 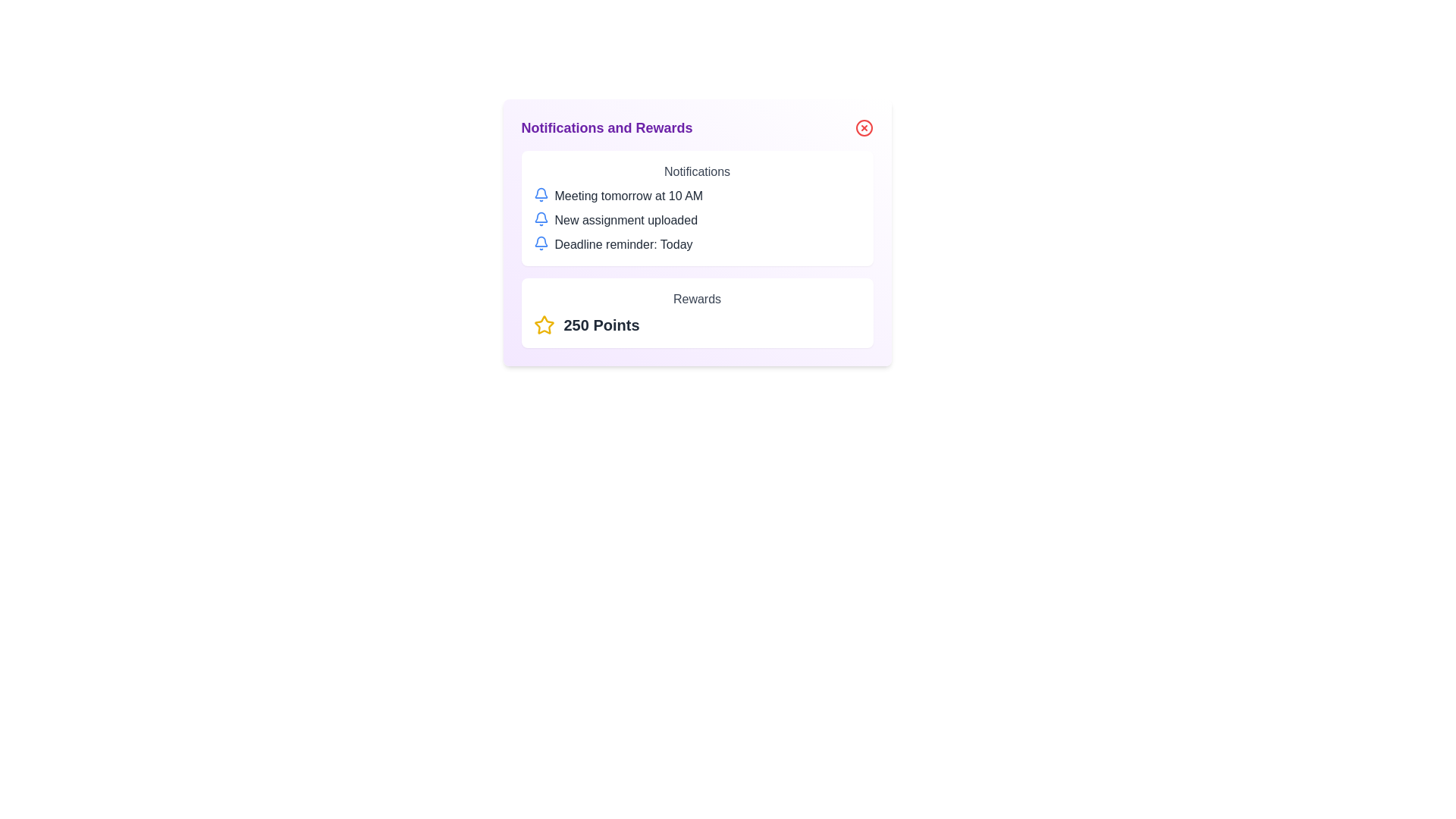 What do you see at coordinates (696, 220) in the screenshot?
I see `notification content of the second notification item displaying 'New assignment uploaded' in the Notifications and Rewards panel` at bounding box center [696, 220].